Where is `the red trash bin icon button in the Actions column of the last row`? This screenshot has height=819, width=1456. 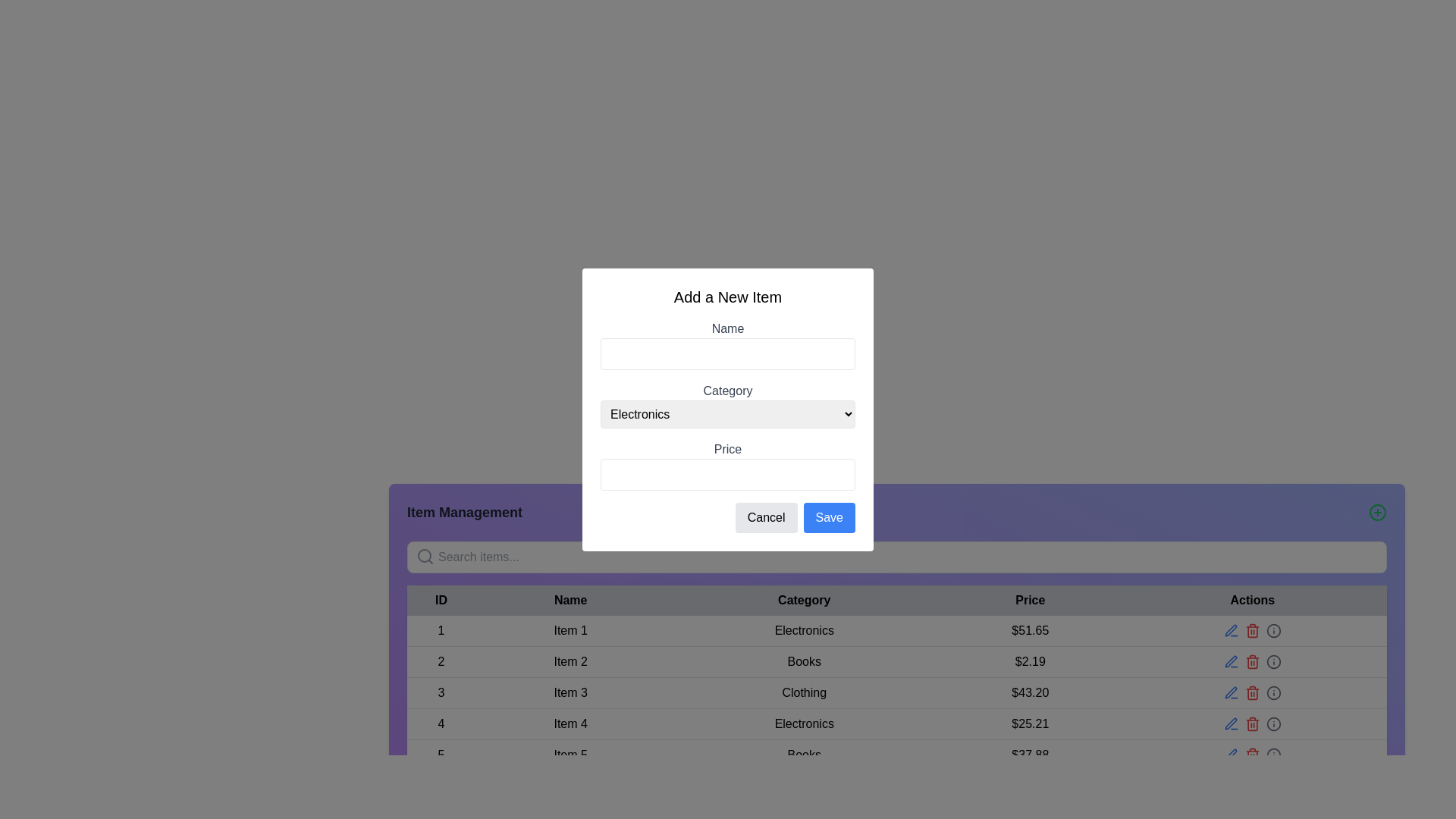
the red trash bin icon button in the Actions column of the last row is located at coordinates (1252, 755).